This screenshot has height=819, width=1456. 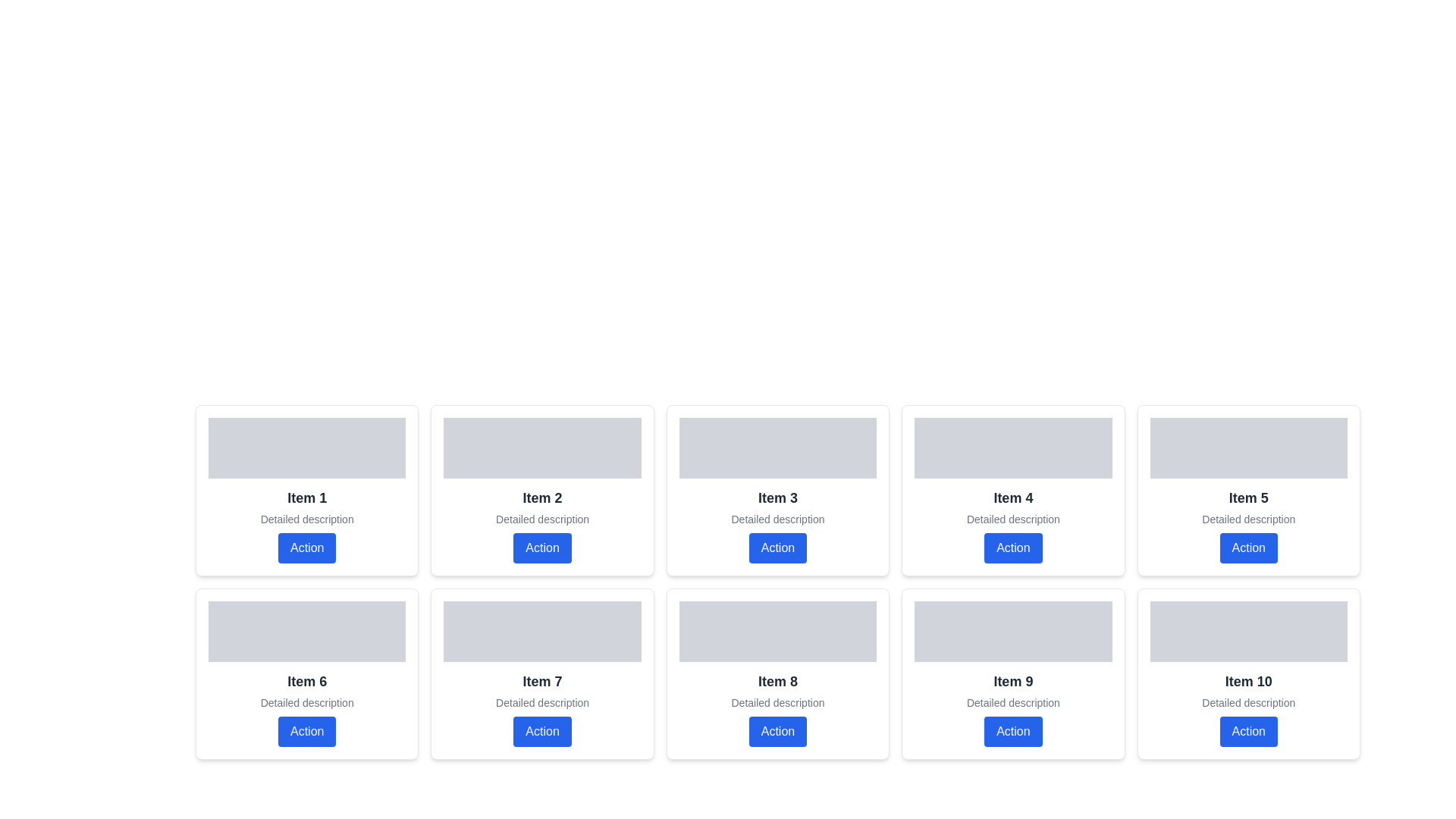 I want to click on the button located at the bottom of the card labeled 'Item 5', positioned below the description text 'Detailed description', so click(x=1248, y=548).